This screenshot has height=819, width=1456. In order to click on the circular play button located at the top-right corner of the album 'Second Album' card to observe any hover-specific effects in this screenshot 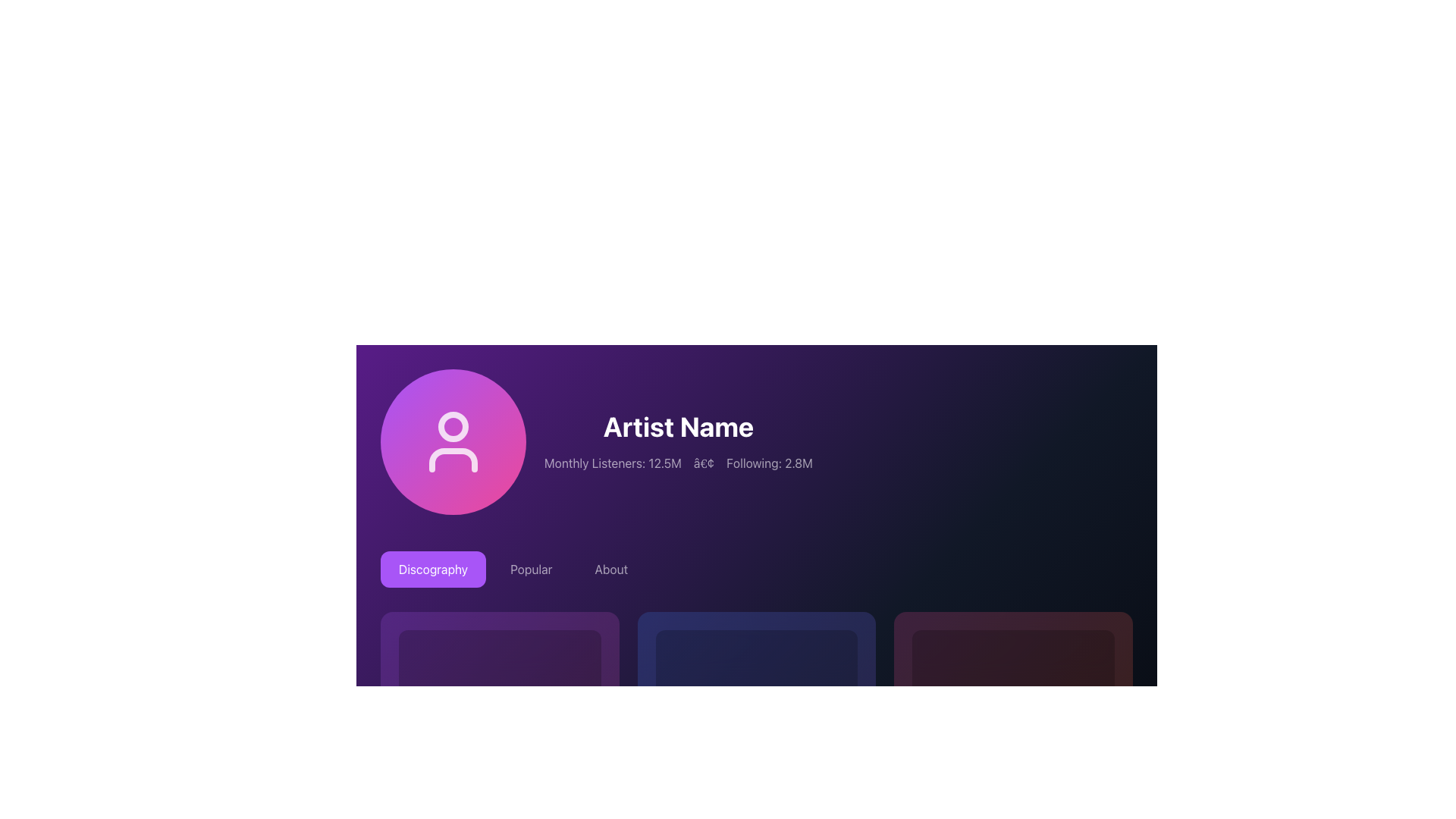, I will do `click(845, 642)`.